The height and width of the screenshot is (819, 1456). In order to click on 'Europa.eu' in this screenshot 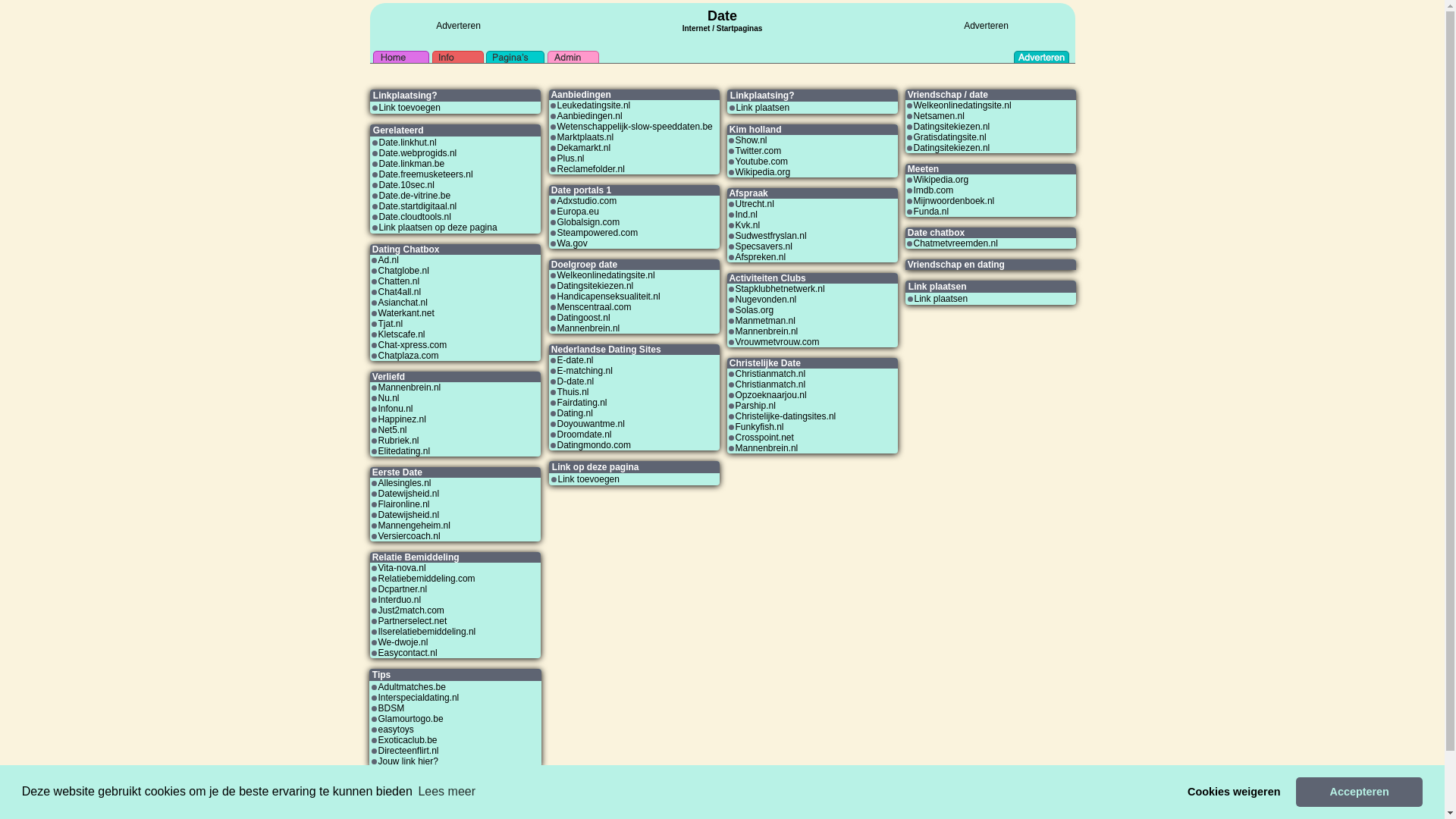, I will do `click(576, 211)`.